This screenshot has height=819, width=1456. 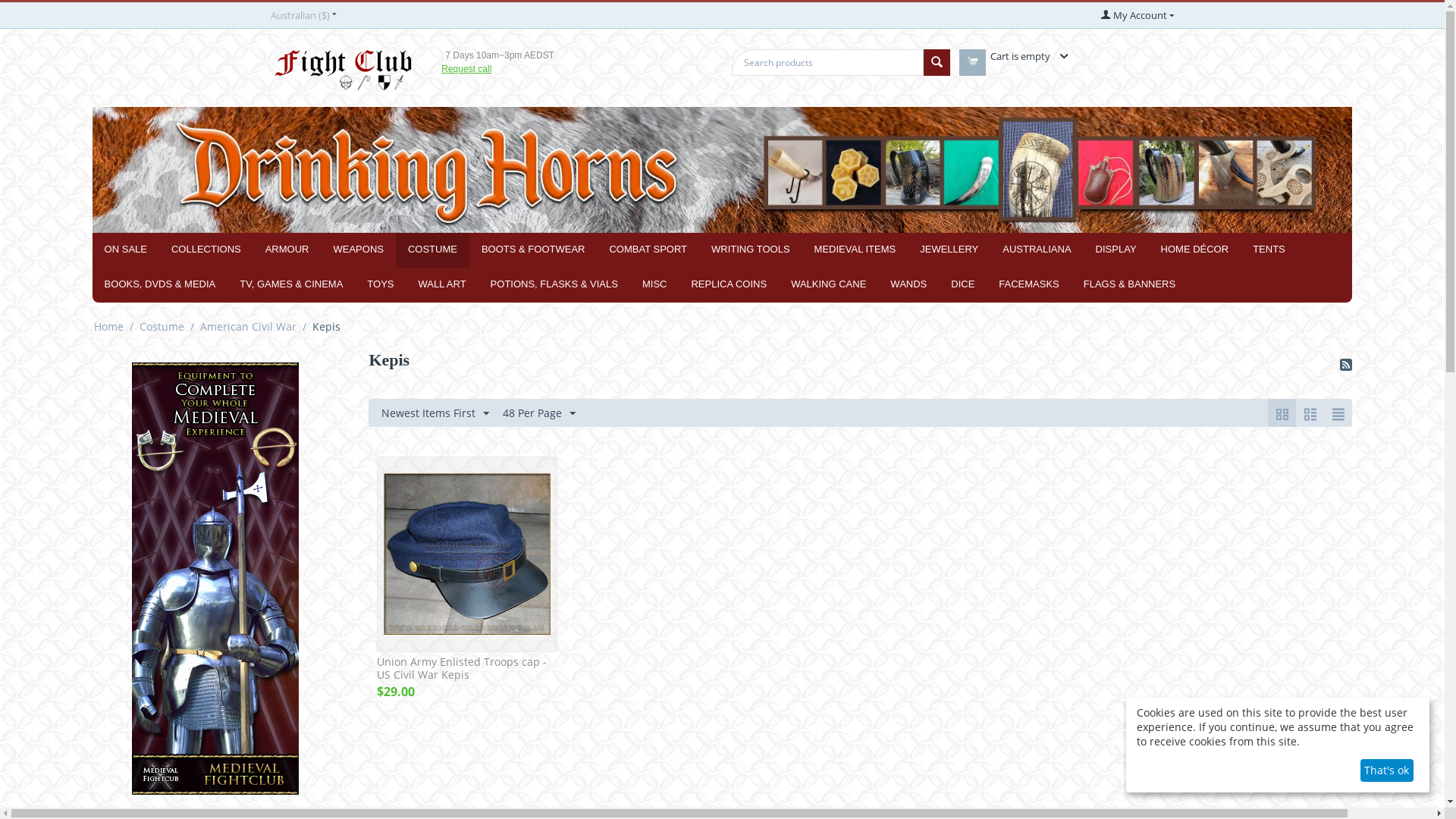 I want to click on 'Search products', so click(x=826, y=61).